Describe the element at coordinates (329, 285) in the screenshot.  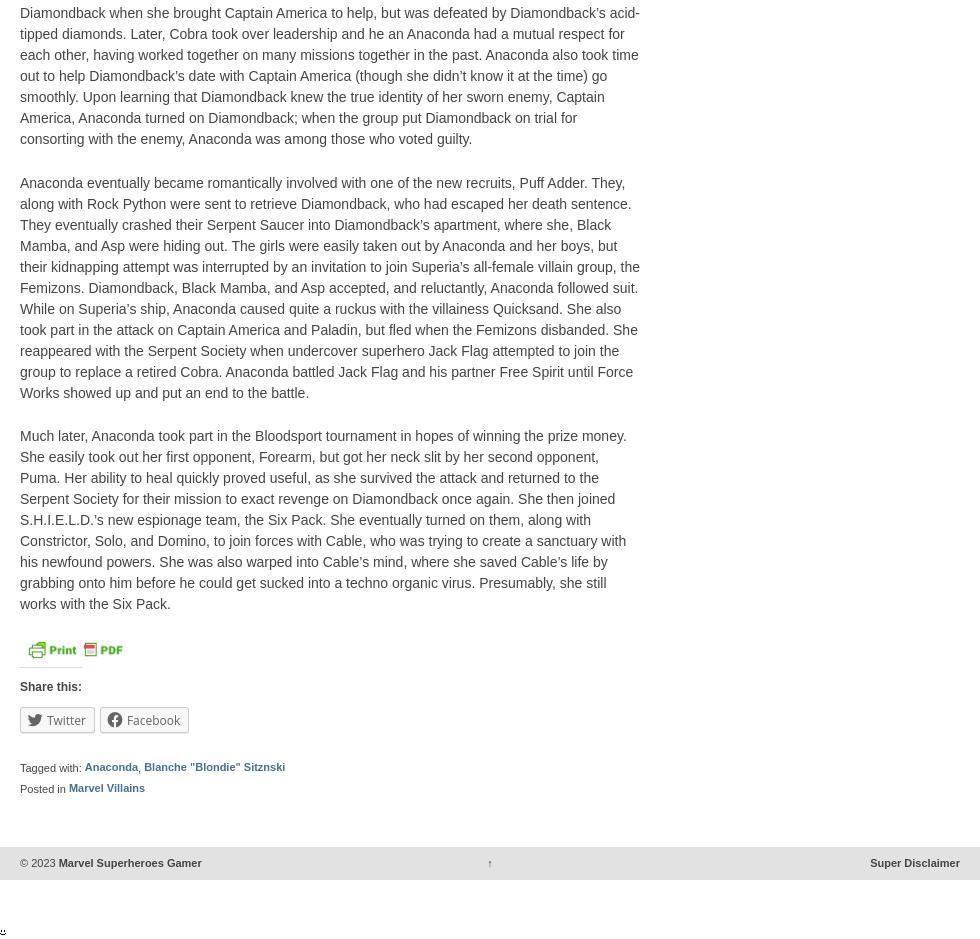
I see `'Anaconda eventually became romantically involved with one of the new recruits, Puff Adder. They, along with Rock Python were sent to retrieve Diamondback, who had escaped her death sentence. They eventually crashed their Serpent Saucer into Diamondback’s apartment, where she, Black Mamba, and Asp were hiding out. The girls were easily taken out by Anaconda and her boys, but their kidnapping attempt was interrupted by an invitation to join Superia’s all-female villain group, the Femizons. Diamondback, Black Mamba, and Asp accepted, and reluctantly, Anaconda followed suit. While on Superia’s ship, Anaconda caused quite a ruckus with the villainess Quicksand. She also took part in the attack on Captain America and Paladin, but fled when the Femizons disbanded. She reappeared with the Serpent Society when undercover superhero Jack Flag attempted to join the group to replace a retired Cobra. Anaconda battled Jack Flag and his partner Free Spirit until Force Works showed up and put an end to the battle.'` at that location.